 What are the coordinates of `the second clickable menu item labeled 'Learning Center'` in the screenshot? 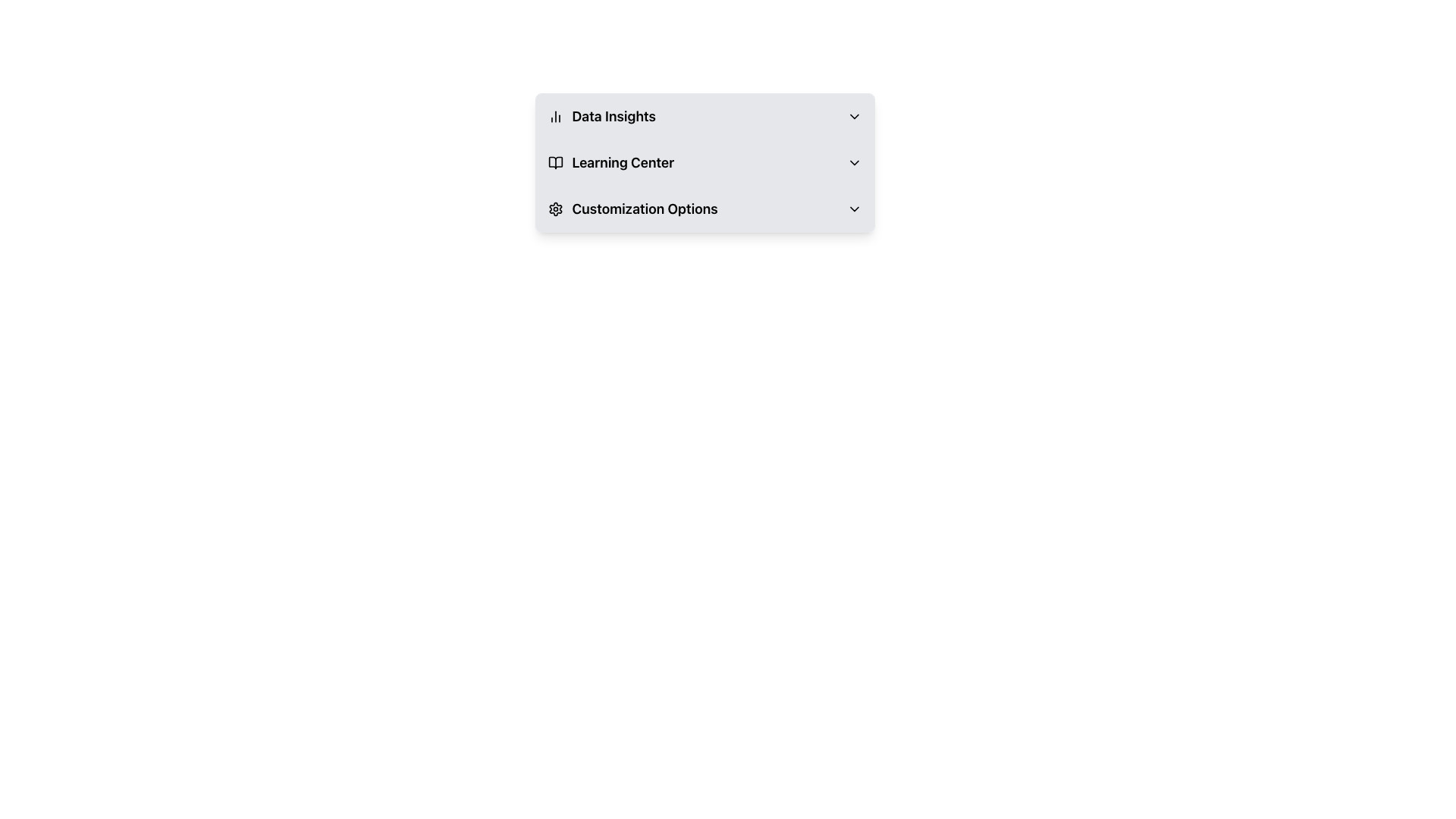 It's located at (704, 163).